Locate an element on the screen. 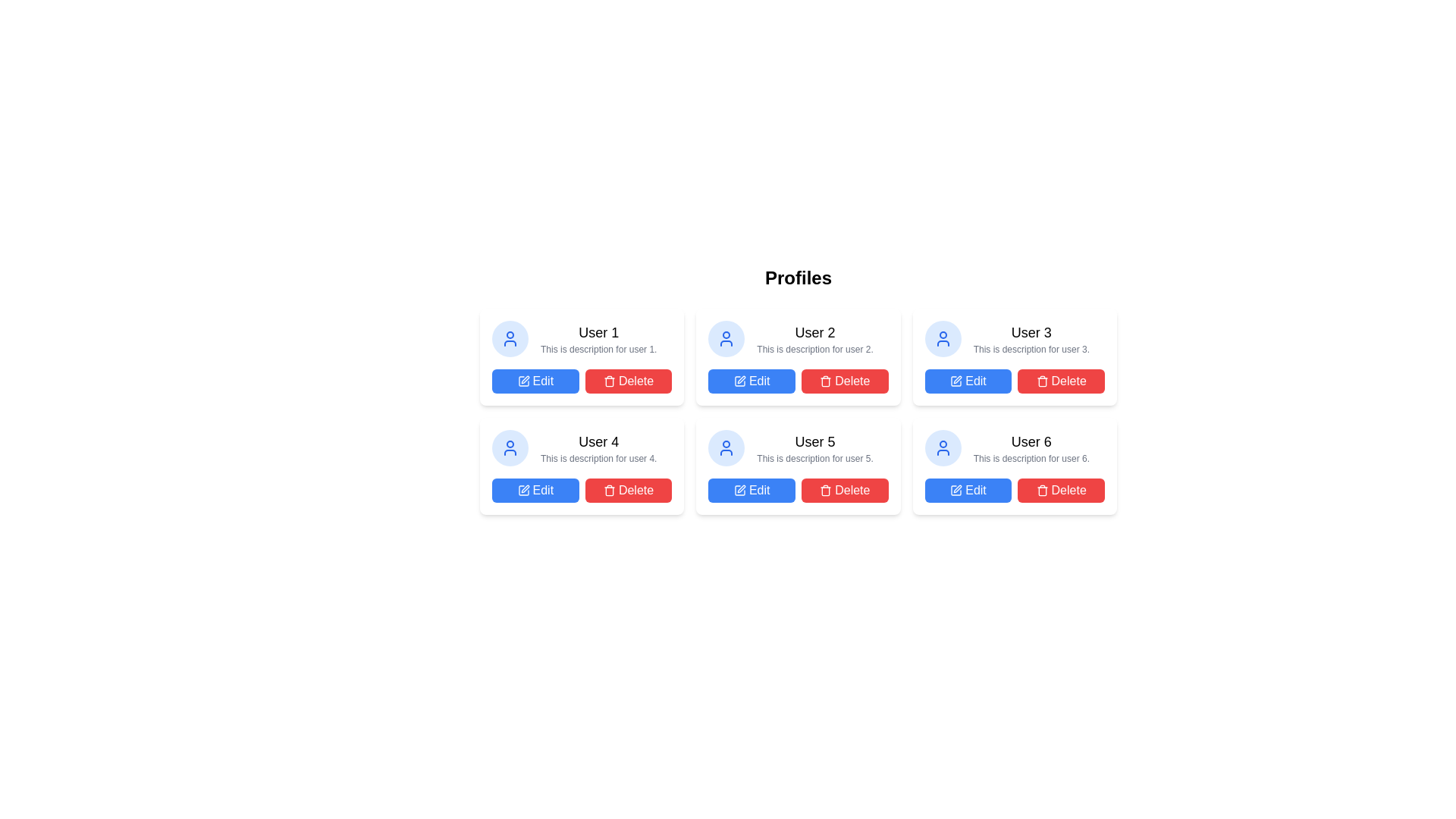  the red 'Delete' button with white text and a trash can icon is located at coordinates (1060, 491).